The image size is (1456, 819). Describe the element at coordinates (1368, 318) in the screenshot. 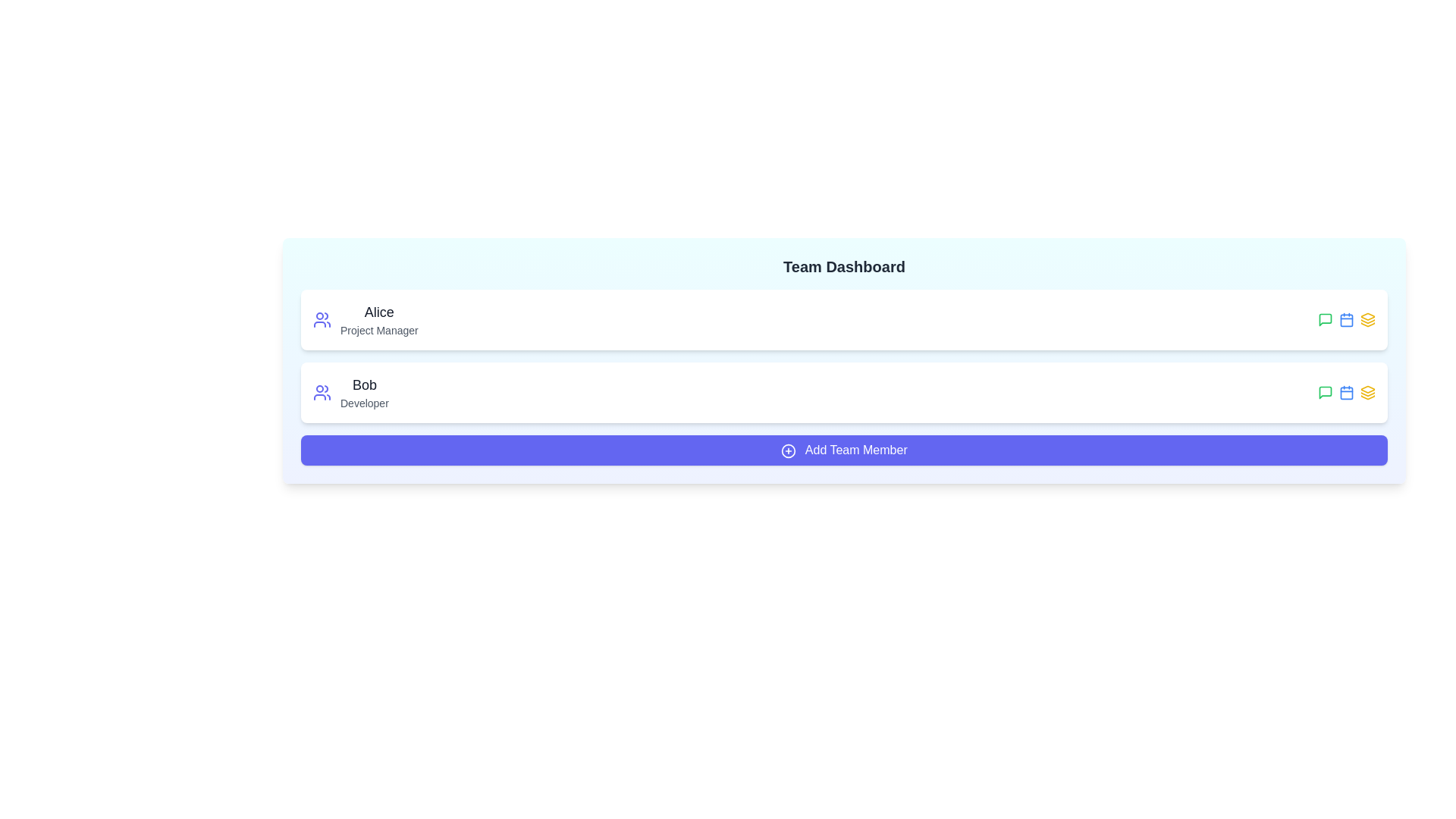

I see `the 'Details' icon, which is the third icon in a row of three icons next to the 'Bob' entry in the 'Team Dashboard'` at that location.